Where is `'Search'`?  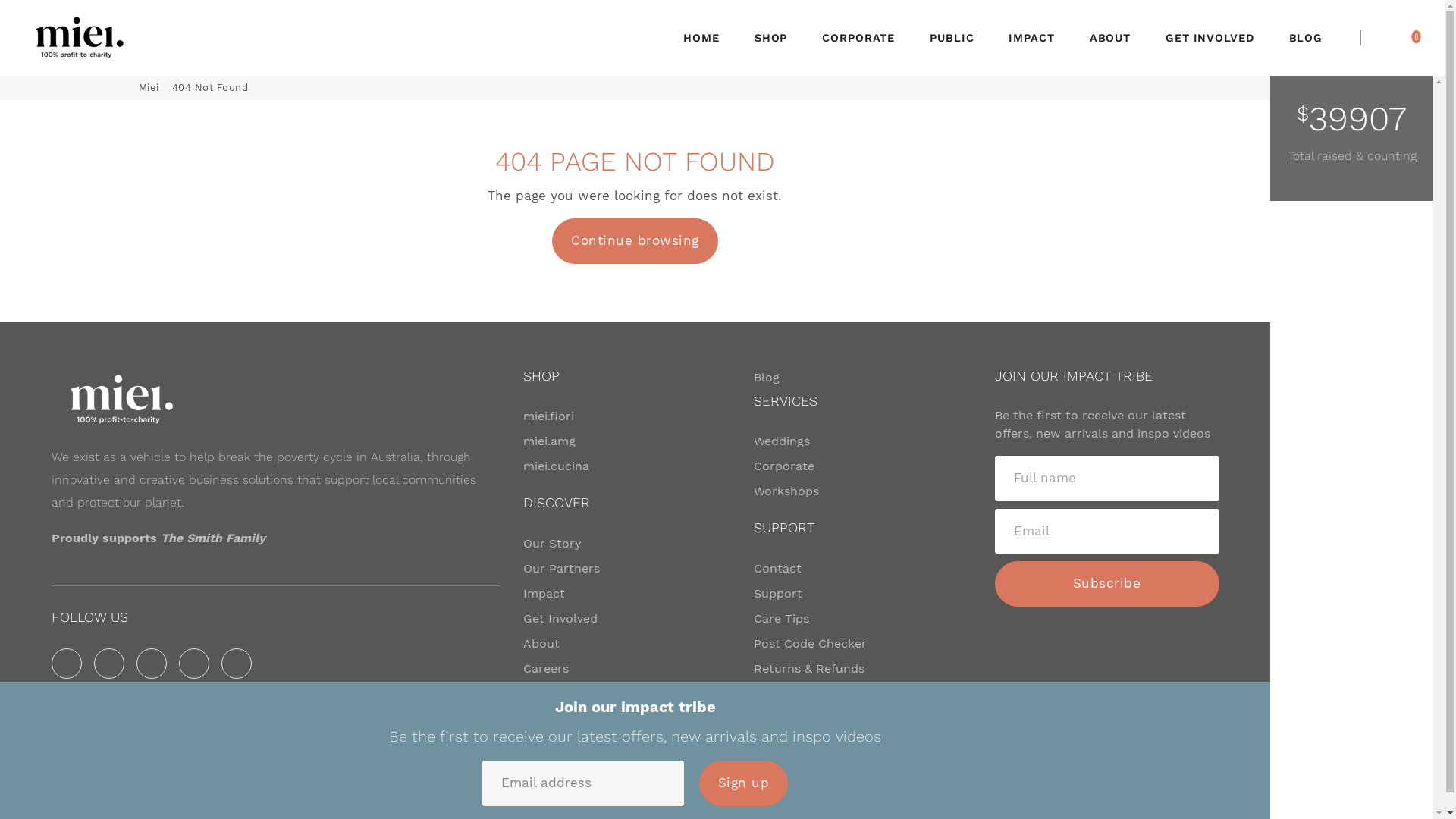
'Search' is located at coordinates (1391, 35).